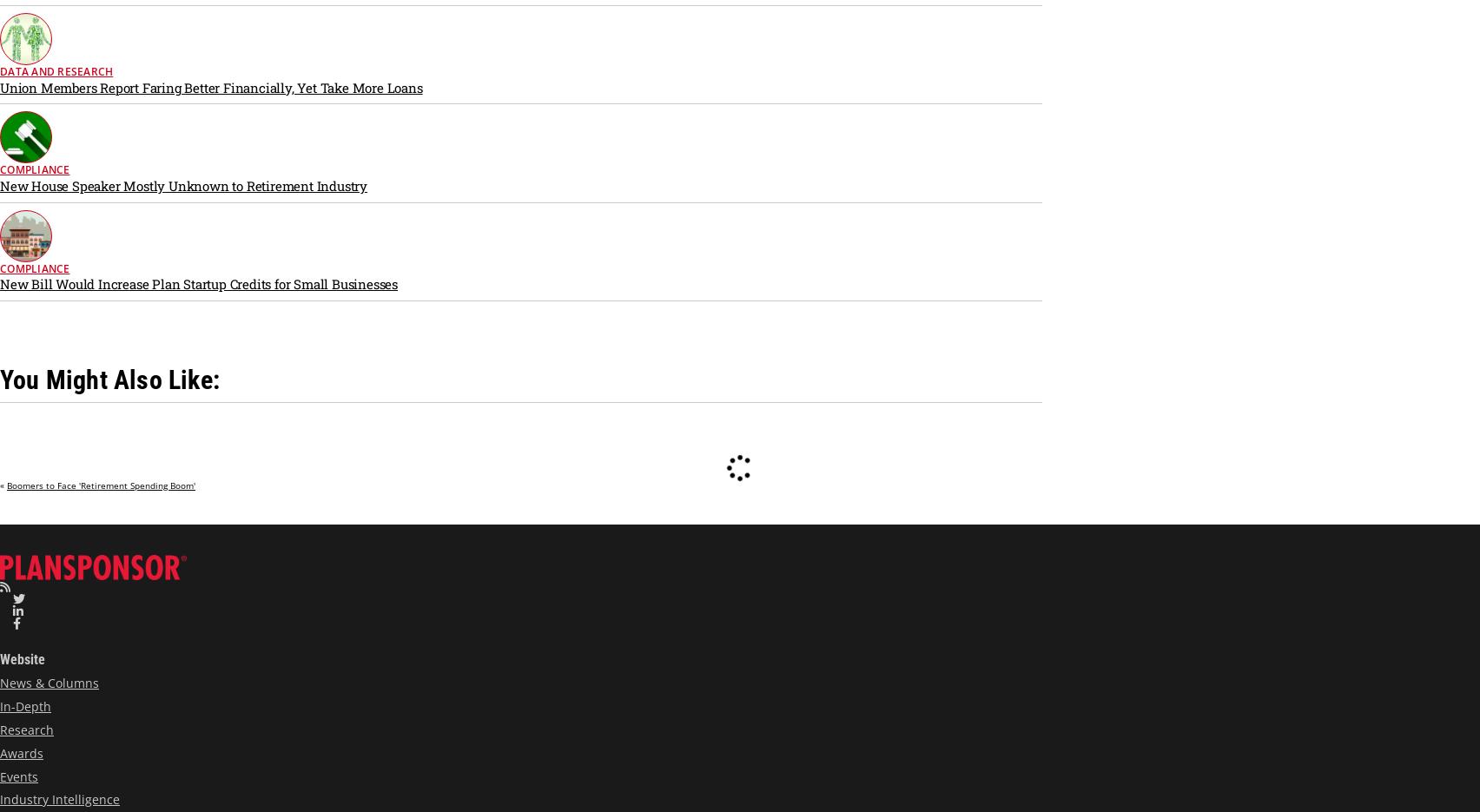 Image resolution: width=1480 pixels, height=812 pixels. I want to click on 'You Might Also Like:', so click(109, 378).